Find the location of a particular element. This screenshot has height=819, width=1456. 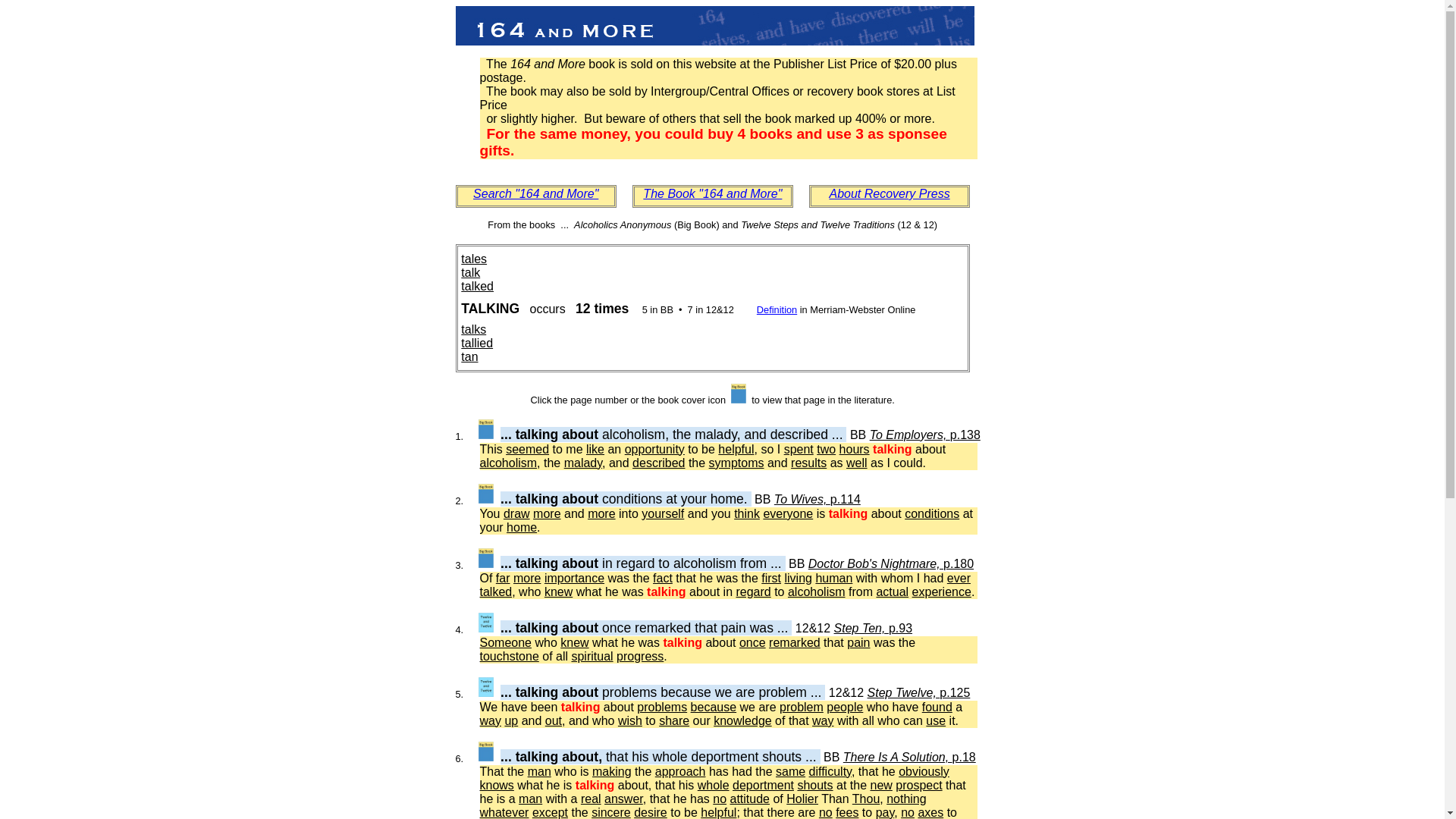

'malady' is located at coordinates (582, 462).